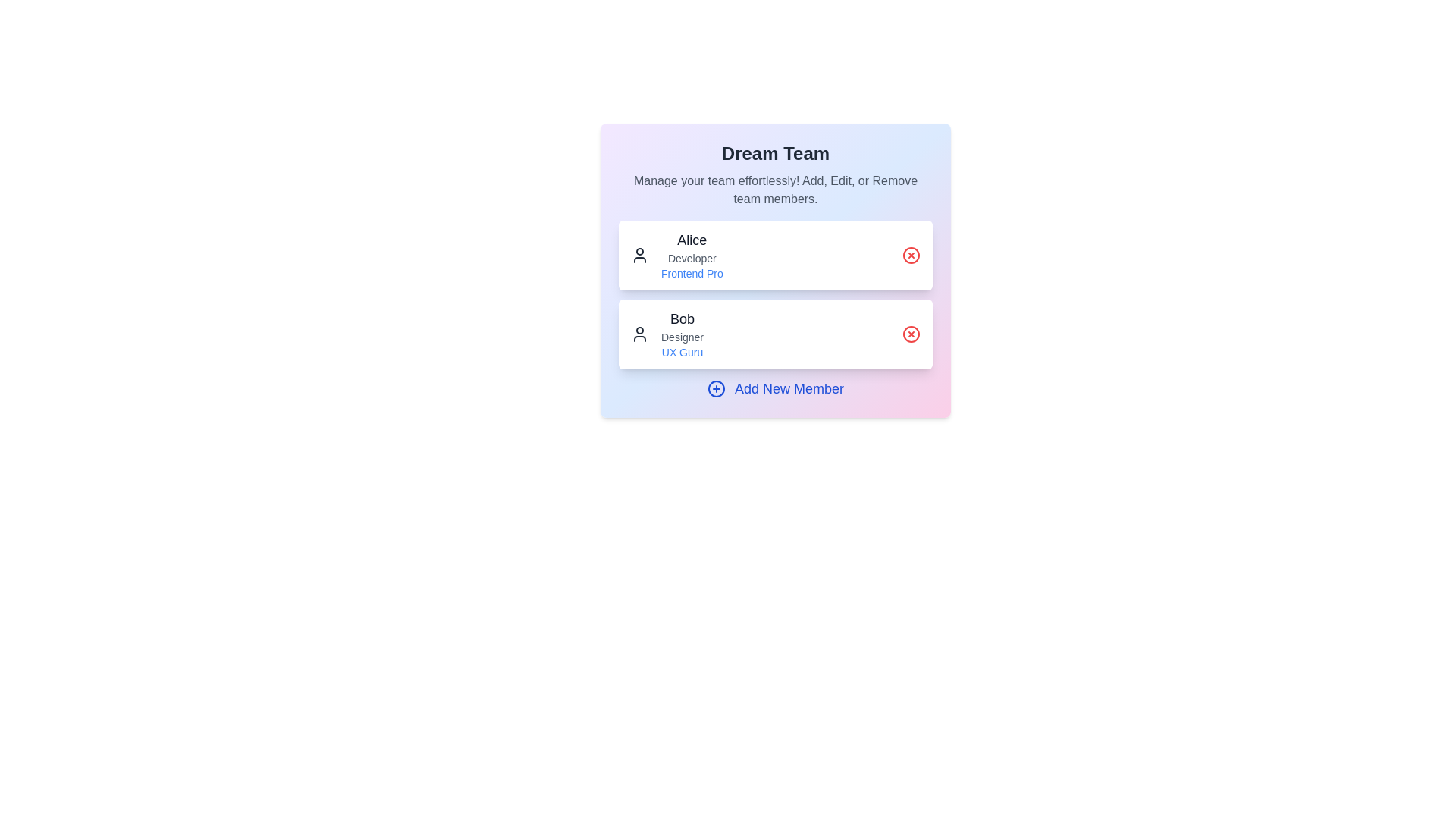  What do you see at coordinates (910, 333) in the screenshot?
I see `remove button for the team member Bob` at bounding box center [910, 333].